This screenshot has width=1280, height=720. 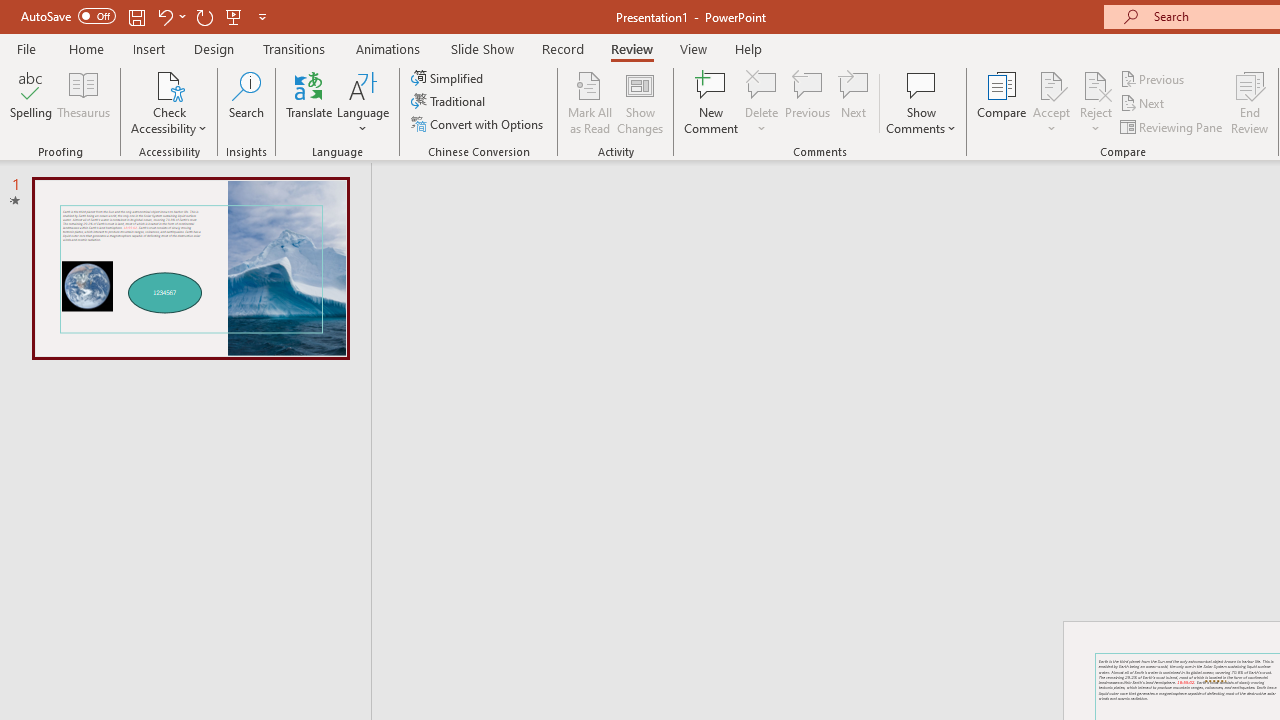 I want to click on 'Transitions', so click(x=294, y=48).